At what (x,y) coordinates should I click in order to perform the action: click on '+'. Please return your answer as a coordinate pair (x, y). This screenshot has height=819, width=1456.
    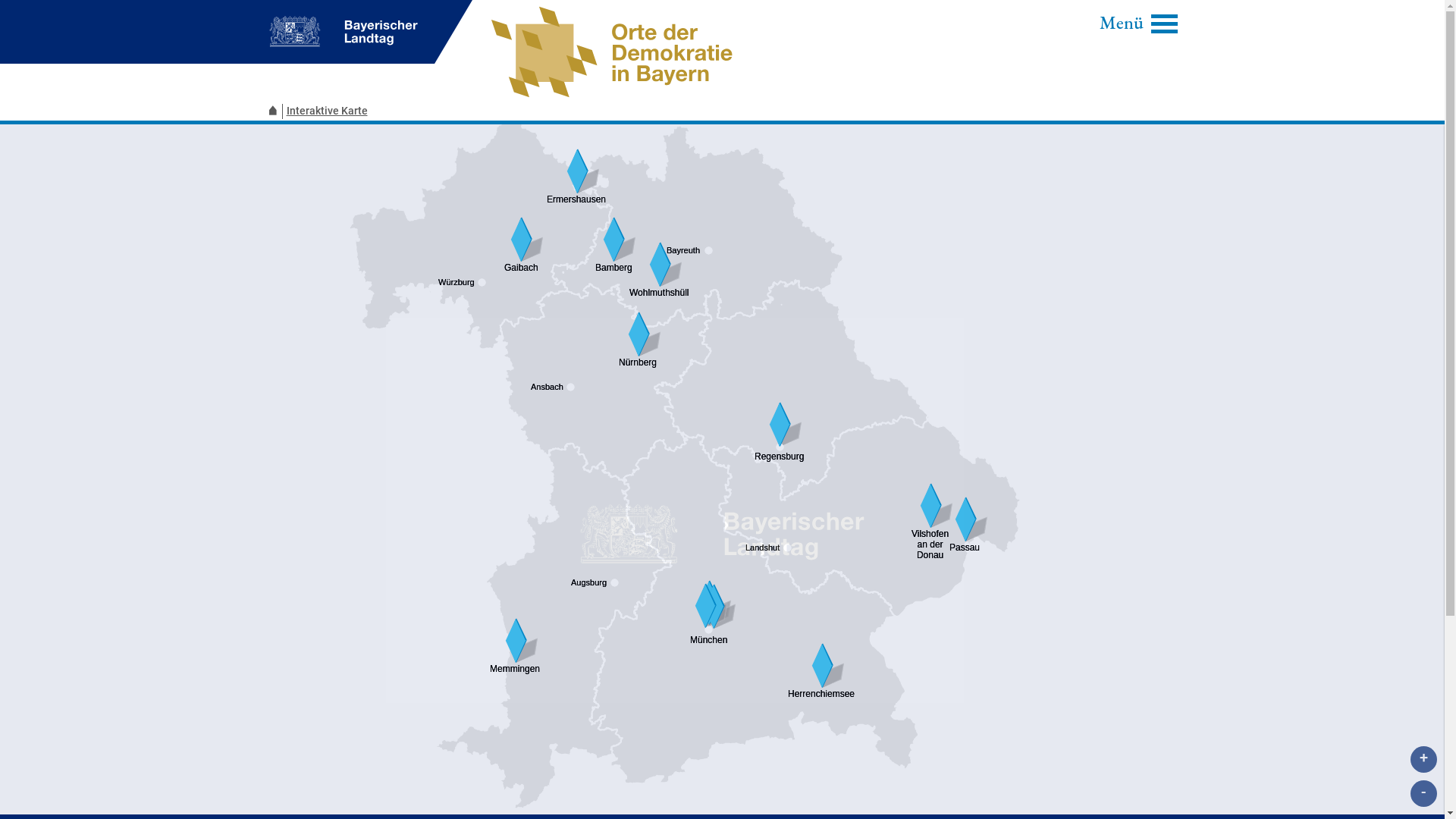
    Looking at the image, I should click on (1423, 759).